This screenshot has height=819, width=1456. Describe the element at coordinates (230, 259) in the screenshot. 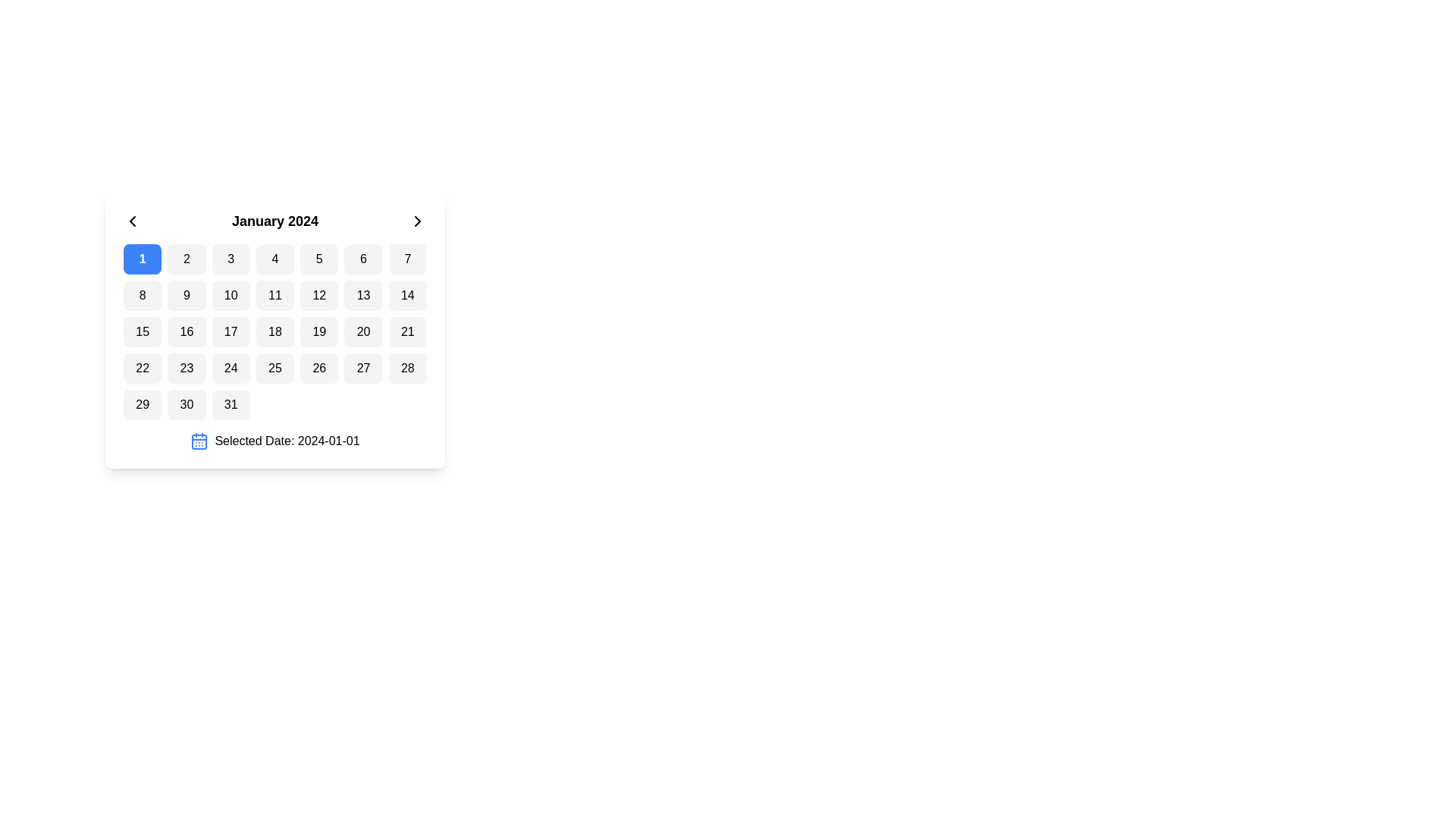

I see `the Calendar Day Button representing the date '3'` at that location.